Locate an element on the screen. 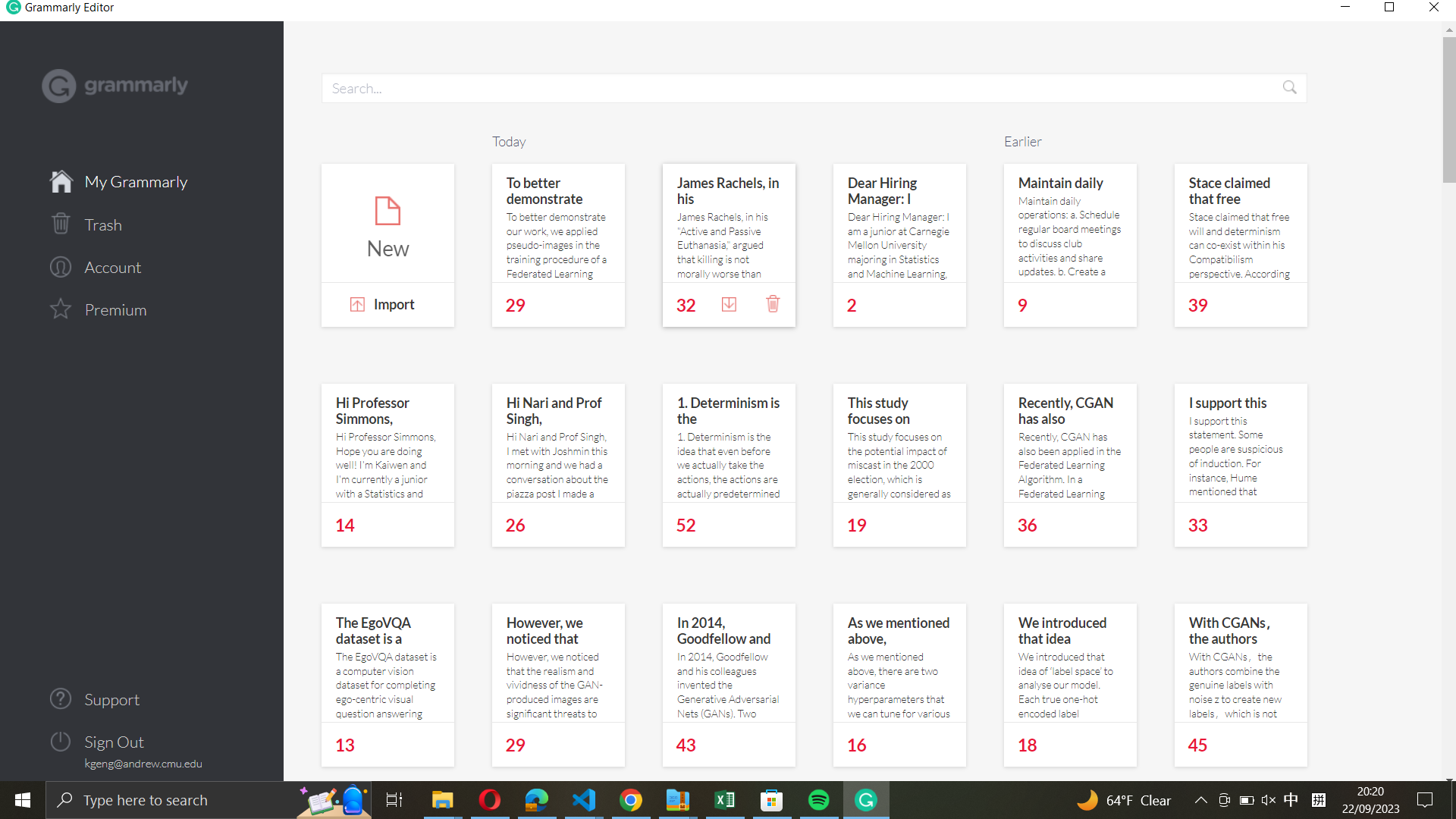 The width and height of the screenshot is (1456, 819). the account data is located at coordinates (142, 265).